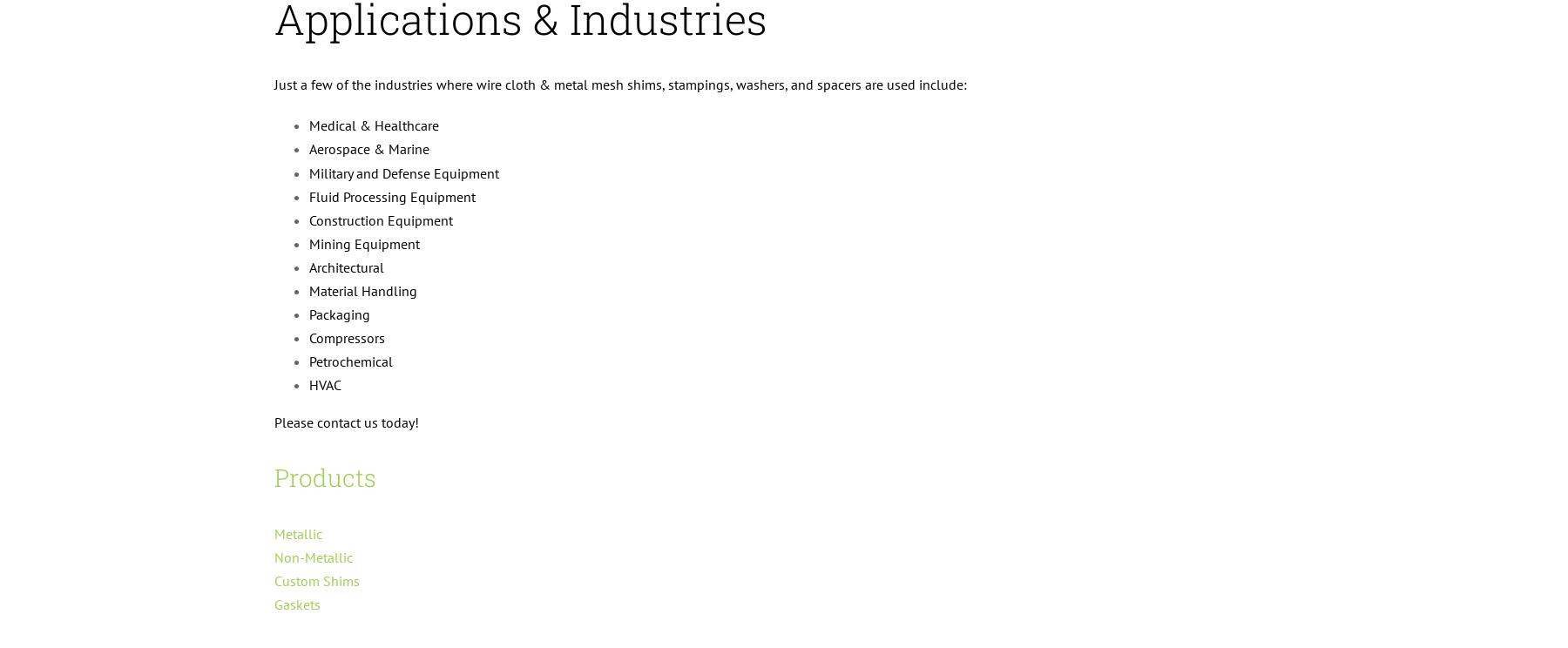  What do you see at coordinates (316, 579) in the screenshot?
I see `'Custom Shims'` at bounding box center [316, 579].